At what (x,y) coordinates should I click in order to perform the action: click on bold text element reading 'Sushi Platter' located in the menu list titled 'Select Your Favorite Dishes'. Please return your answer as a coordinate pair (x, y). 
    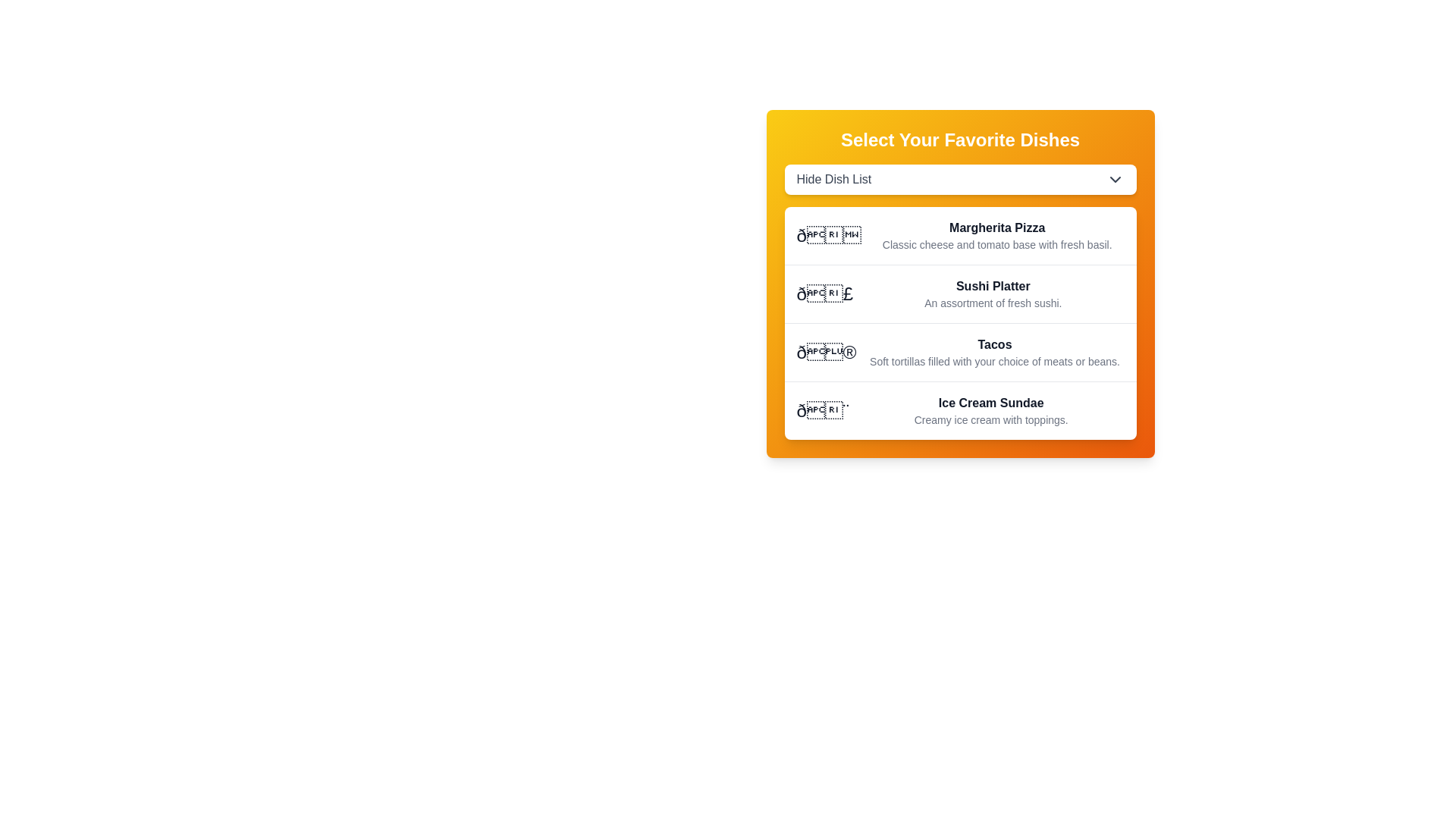
    Looking at the image, I should click on (993, 287).